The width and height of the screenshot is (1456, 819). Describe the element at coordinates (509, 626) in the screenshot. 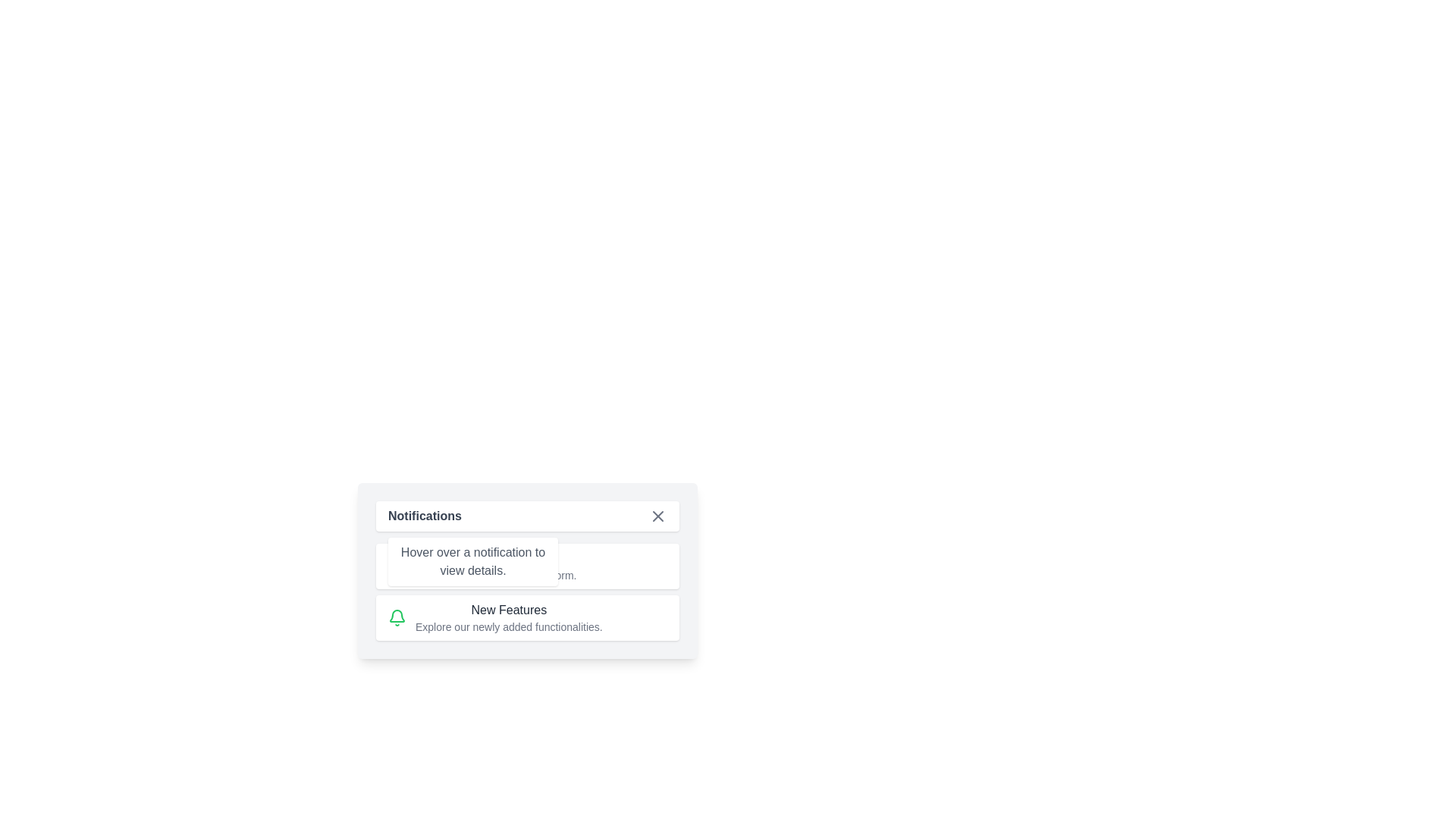

I see `text element displaying the phrase 'Explore our newly added functionalities.' which is styled in a smaller font size with a light gray color and positioned below the bold title 'New Features'` at that location.